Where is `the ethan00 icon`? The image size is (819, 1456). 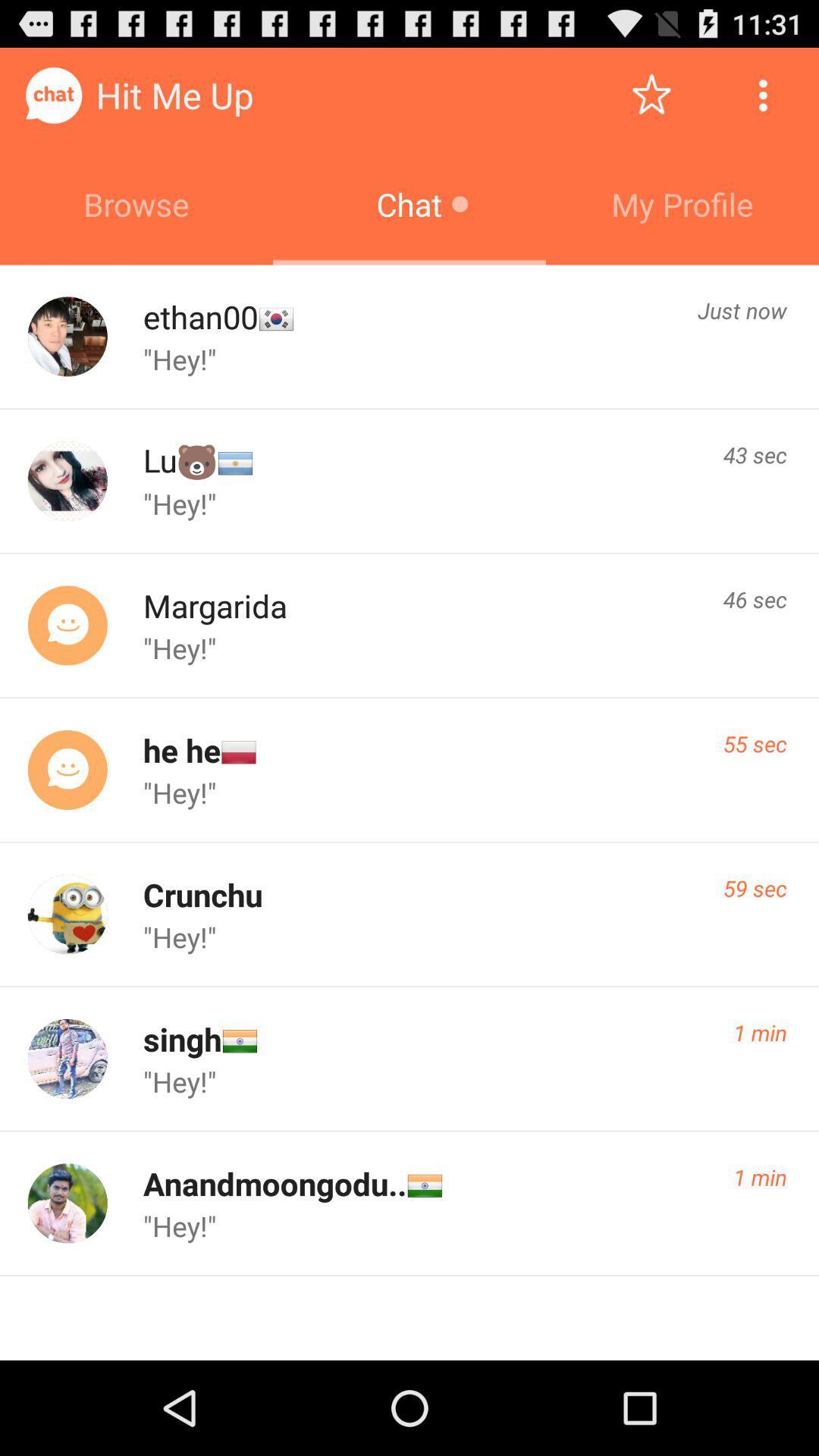 the ethan00 icon is located at coordinates (199, 315).